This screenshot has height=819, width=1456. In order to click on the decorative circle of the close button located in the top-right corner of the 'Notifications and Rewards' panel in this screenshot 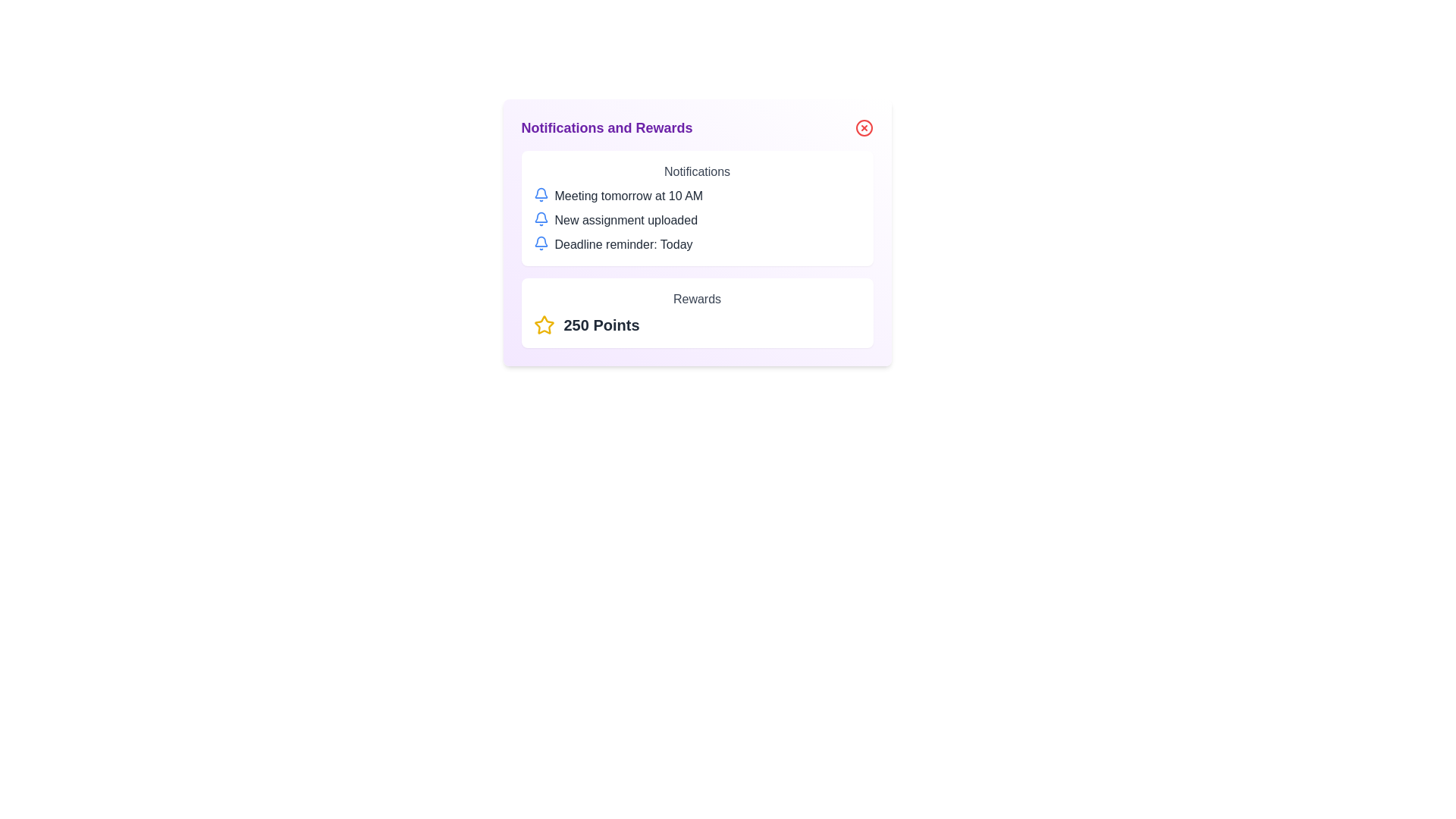, I will do `click(864, 127)`.